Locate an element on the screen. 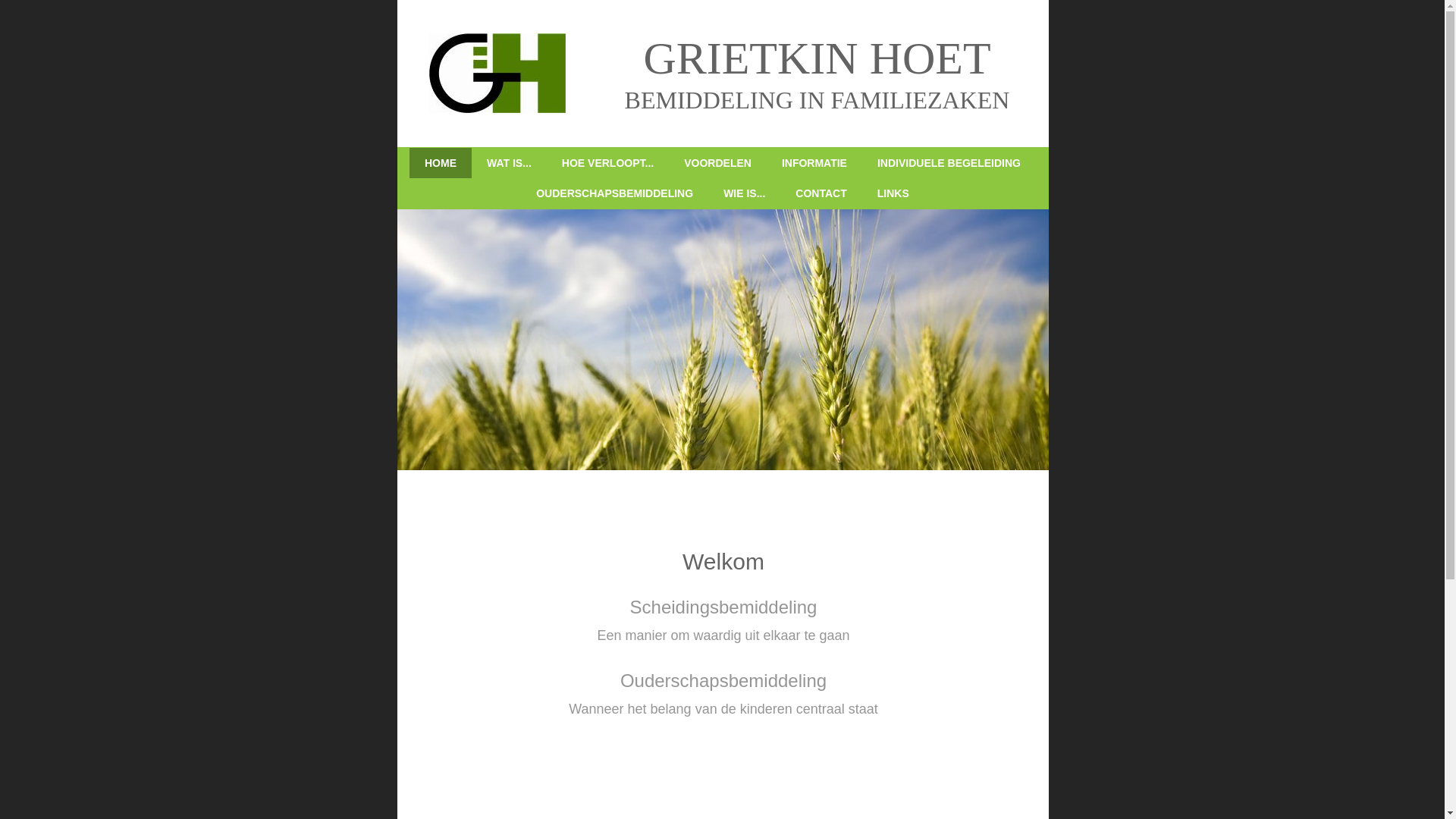 The height and width of the screenshot is (819, 1456). 'VOORDELEN' is located at coordinates (668, 163).